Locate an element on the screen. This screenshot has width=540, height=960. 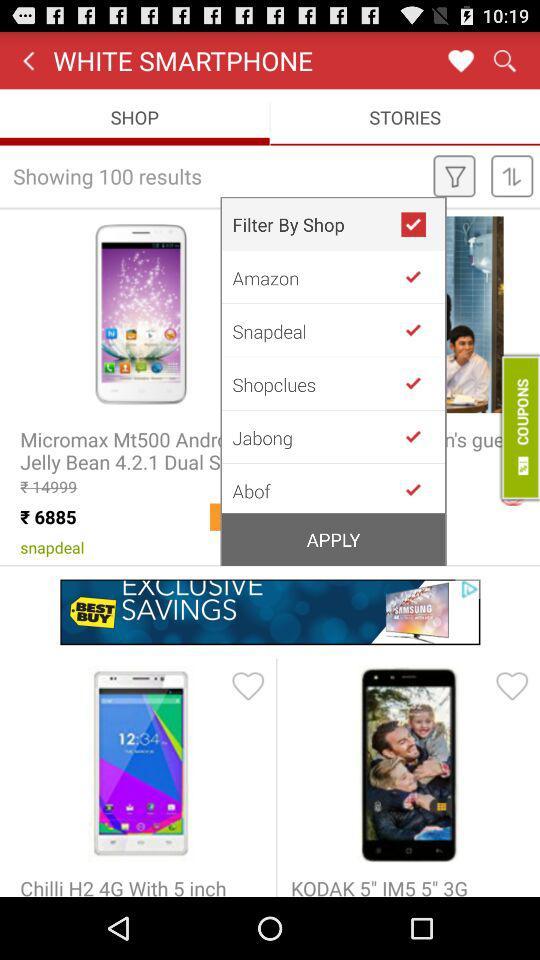
go back is located at coordinates (420, 382).